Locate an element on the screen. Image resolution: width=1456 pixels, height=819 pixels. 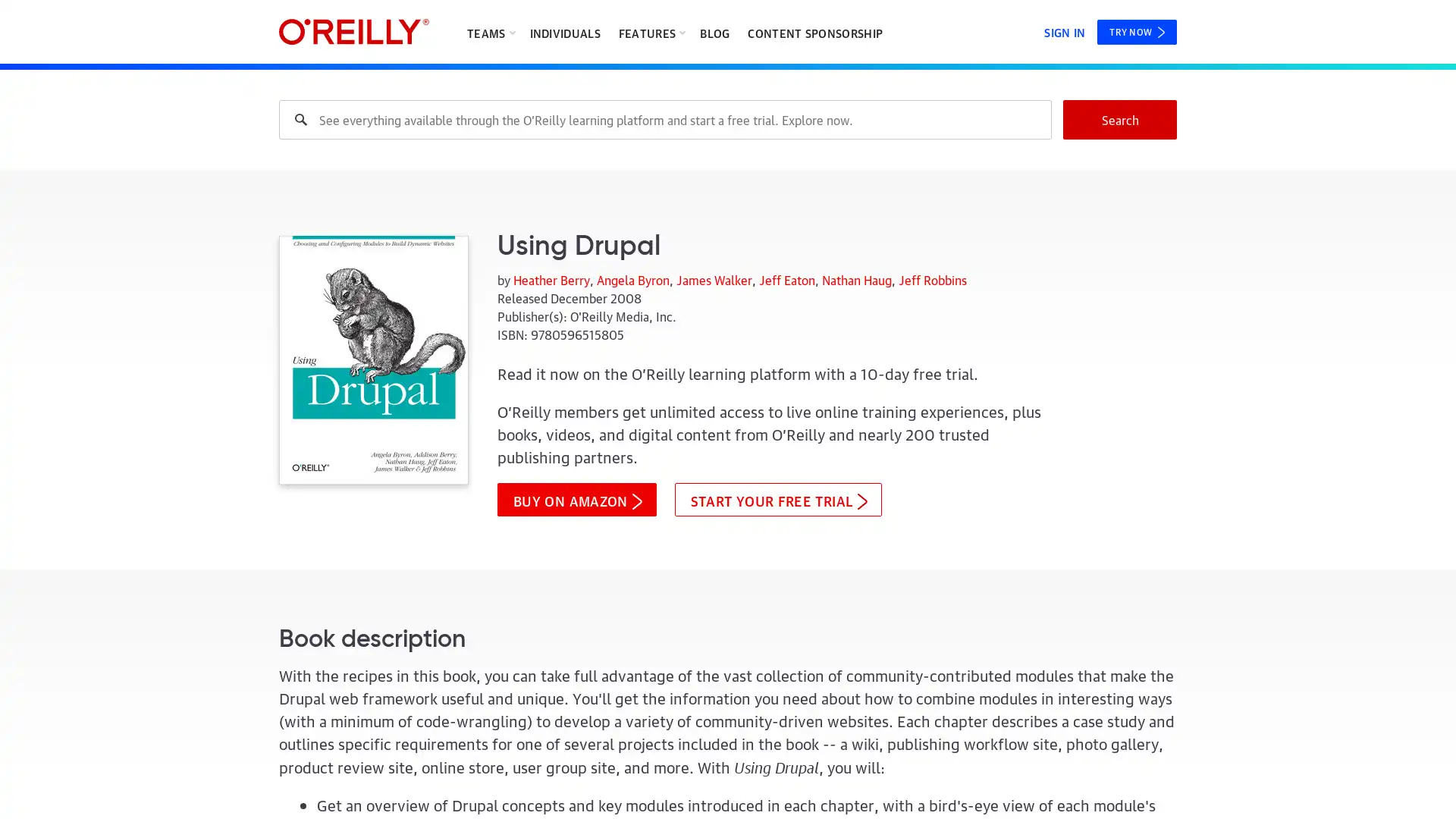
Search is located at coordinates (1120, 119).